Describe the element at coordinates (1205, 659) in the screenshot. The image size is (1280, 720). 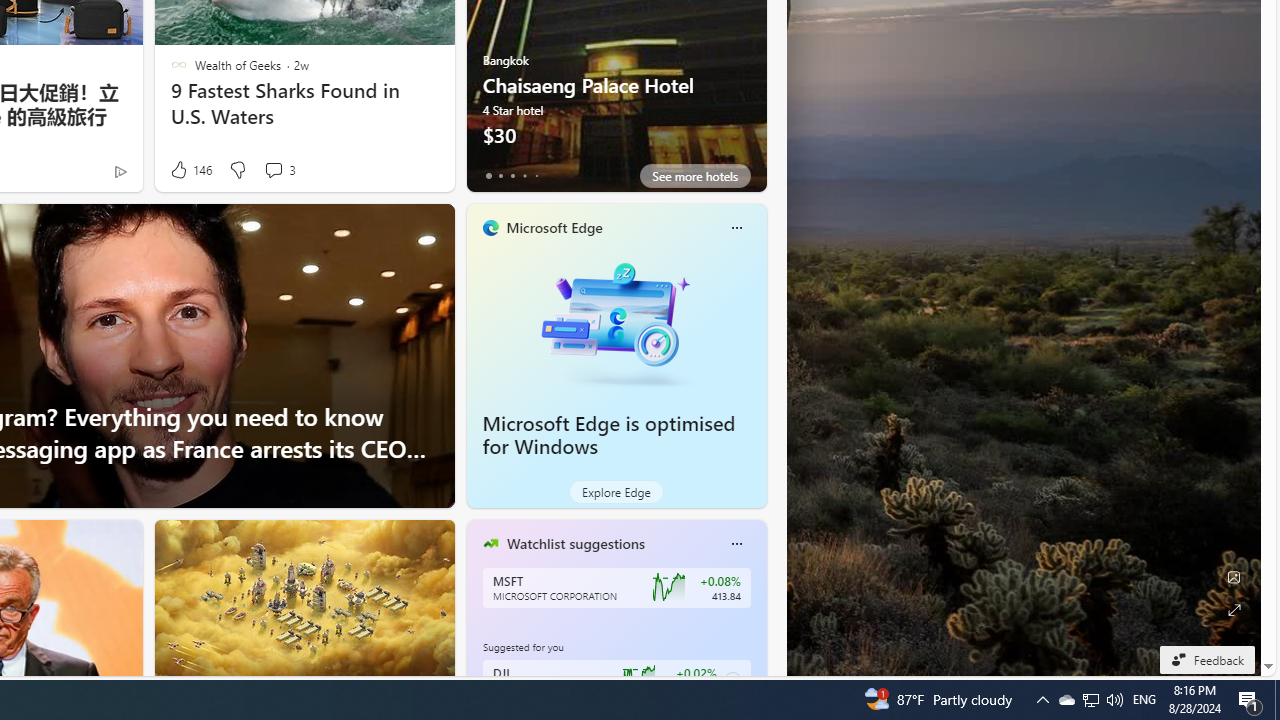
I see `'Feedback'` at that location.